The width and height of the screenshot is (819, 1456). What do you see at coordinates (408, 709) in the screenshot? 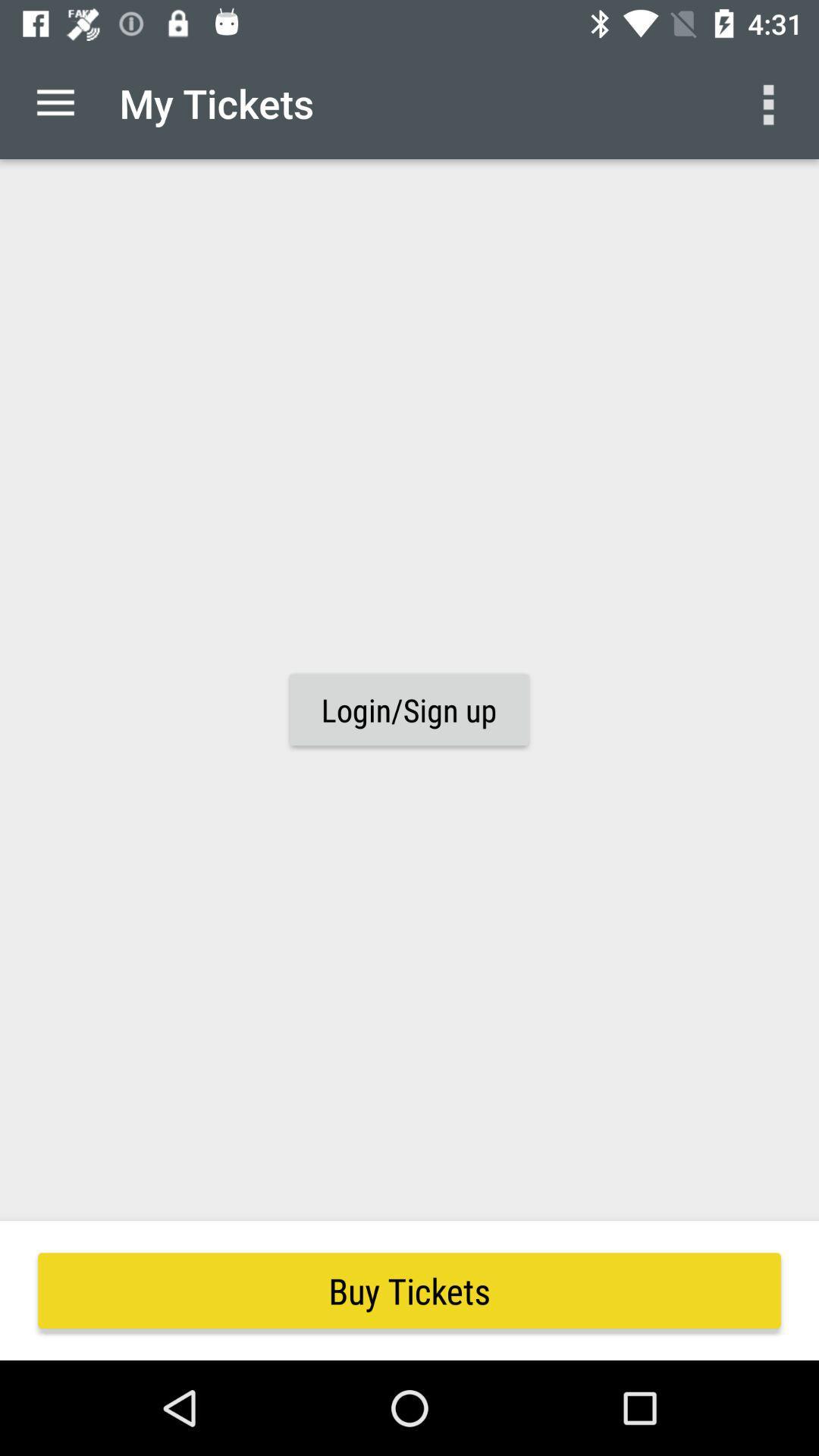
I see `item above the buy tickets` at bounding box center [408, 709].